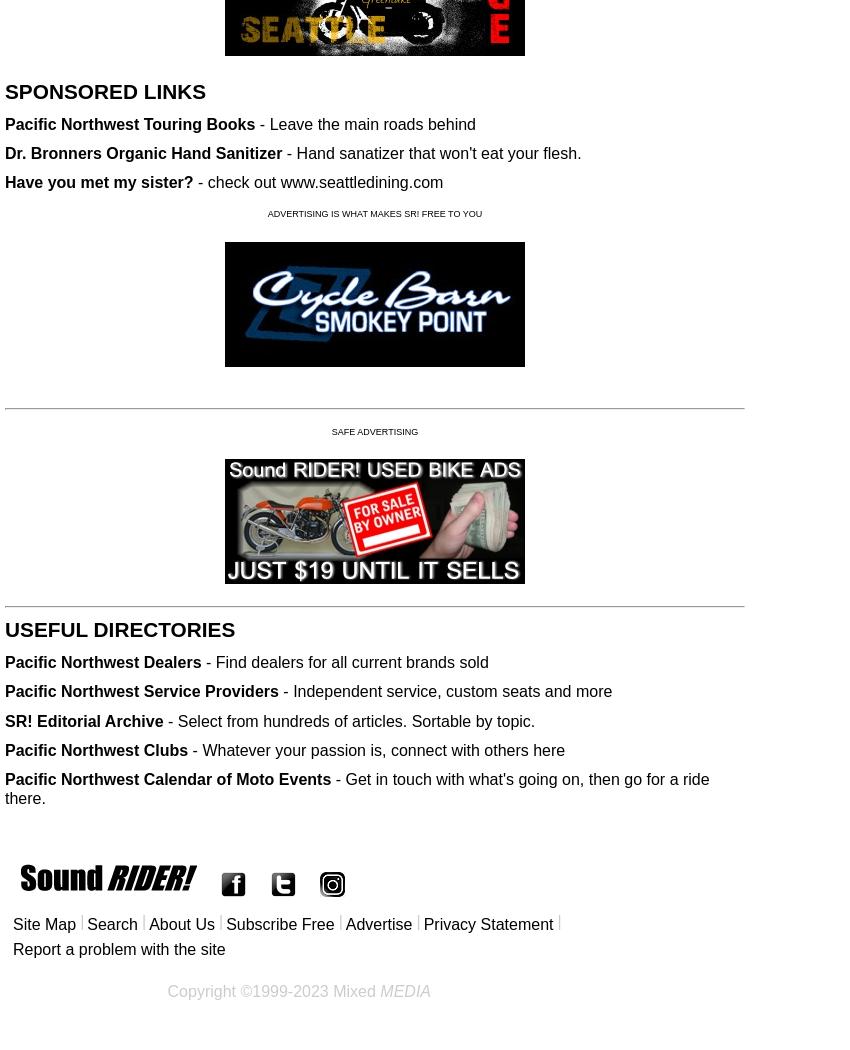  What do you see at coordinates (129, 122) in the screenshot?
I see `'Pacific Northwest Touring Books'` at bounding box center [129, 122].